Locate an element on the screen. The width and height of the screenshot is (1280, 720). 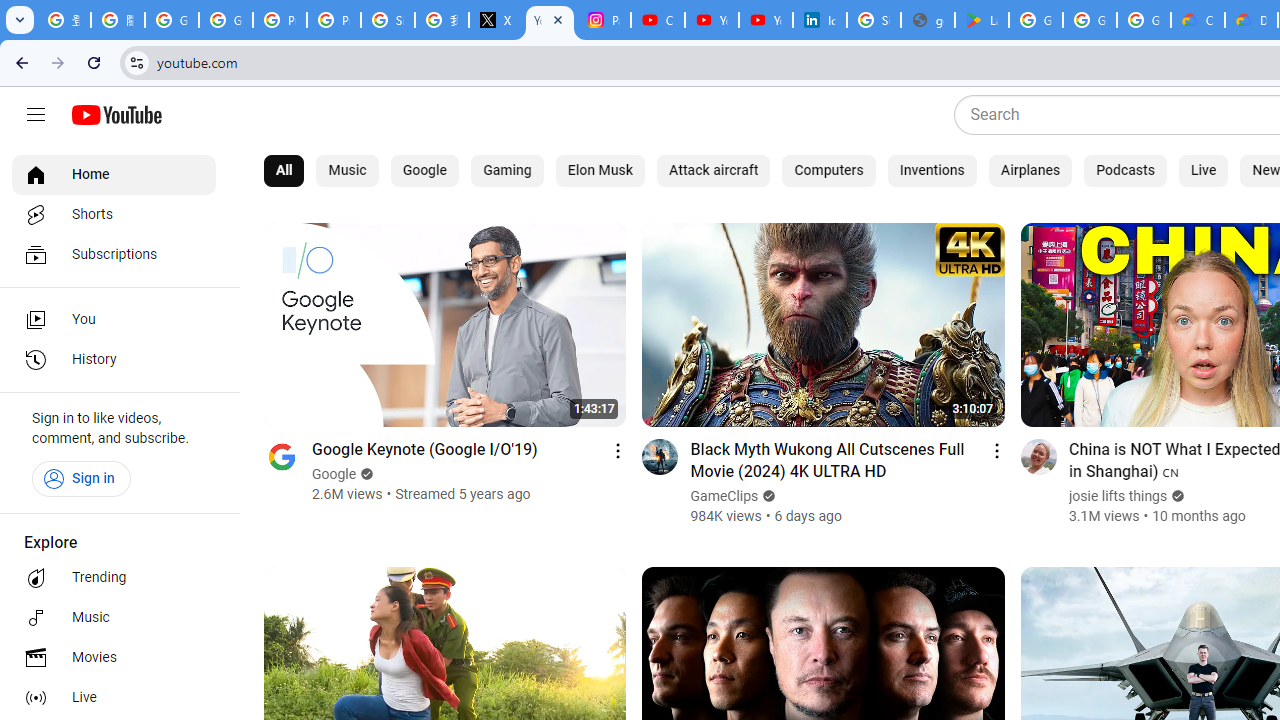
'Music' is located at coordinates (347, 170).